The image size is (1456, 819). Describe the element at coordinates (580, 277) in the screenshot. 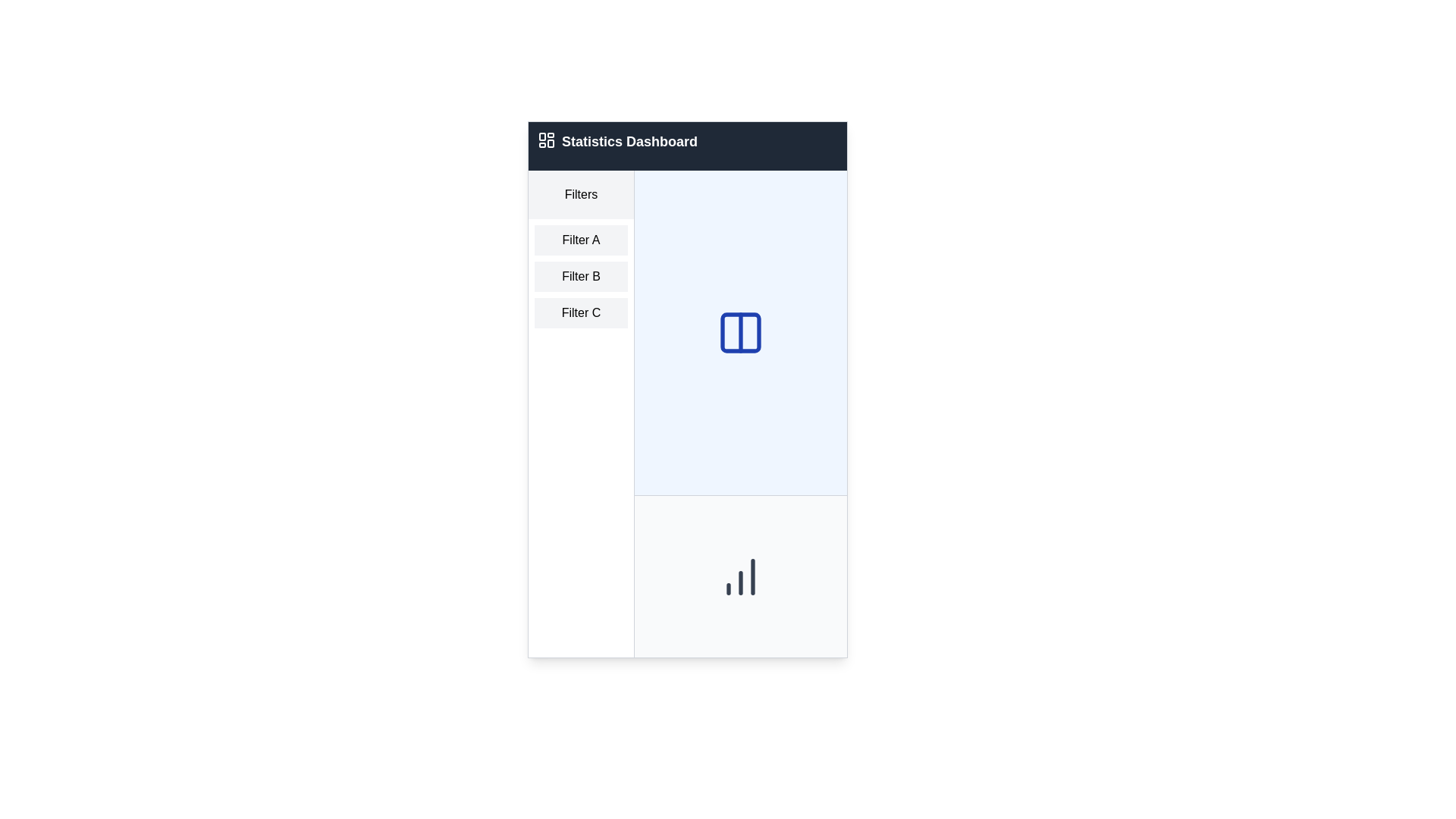

I see `the 'Filter B' button, which is the second button in the vertical list of filter buttons located in the menu panel on the left side of the interface, to apply the filter associated with 'B'` at that location.